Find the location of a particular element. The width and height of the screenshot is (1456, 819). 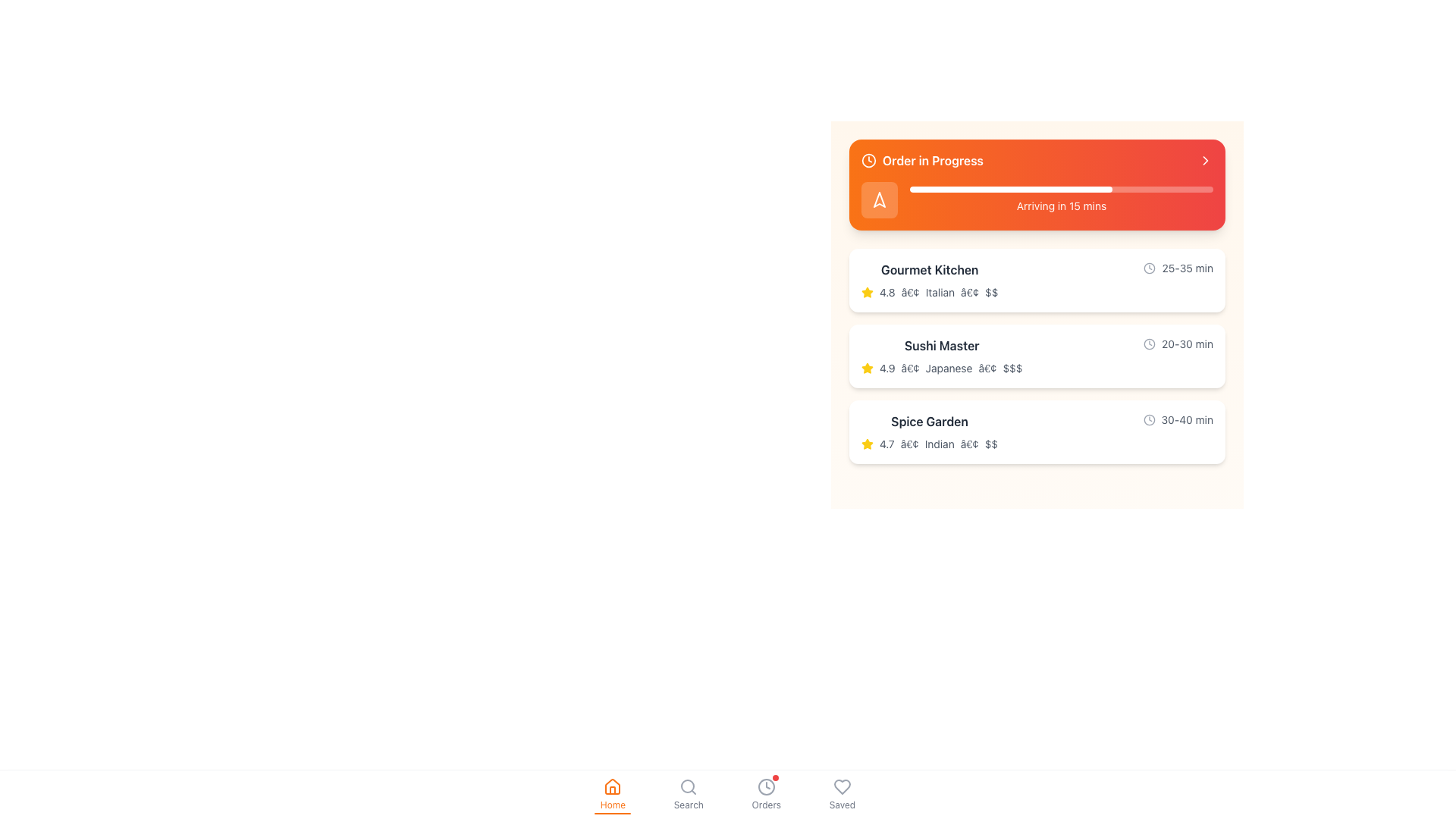

estimated delivery time displayed in the Time estimate badge for the restaurant 'Sushi Master', which shows '20-30 min' is located at coordinates (1178, 344).